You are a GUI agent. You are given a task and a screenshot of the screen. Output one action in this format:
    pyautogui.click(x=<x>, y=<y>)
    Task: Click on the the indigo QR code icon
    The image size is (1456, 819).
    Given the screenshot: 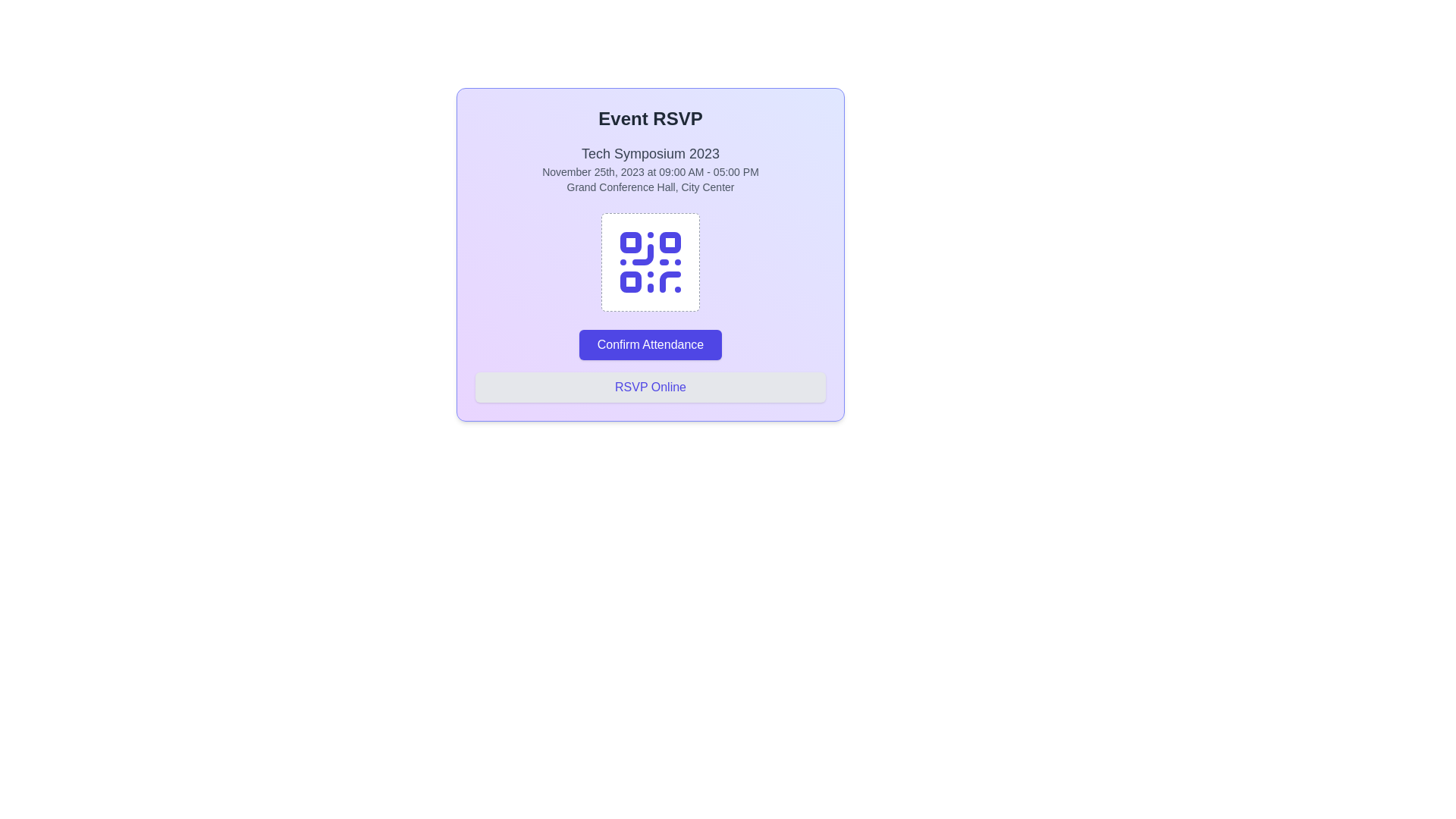 What is the action you would take?
    pyautogui.click(x=651, y=262)
    